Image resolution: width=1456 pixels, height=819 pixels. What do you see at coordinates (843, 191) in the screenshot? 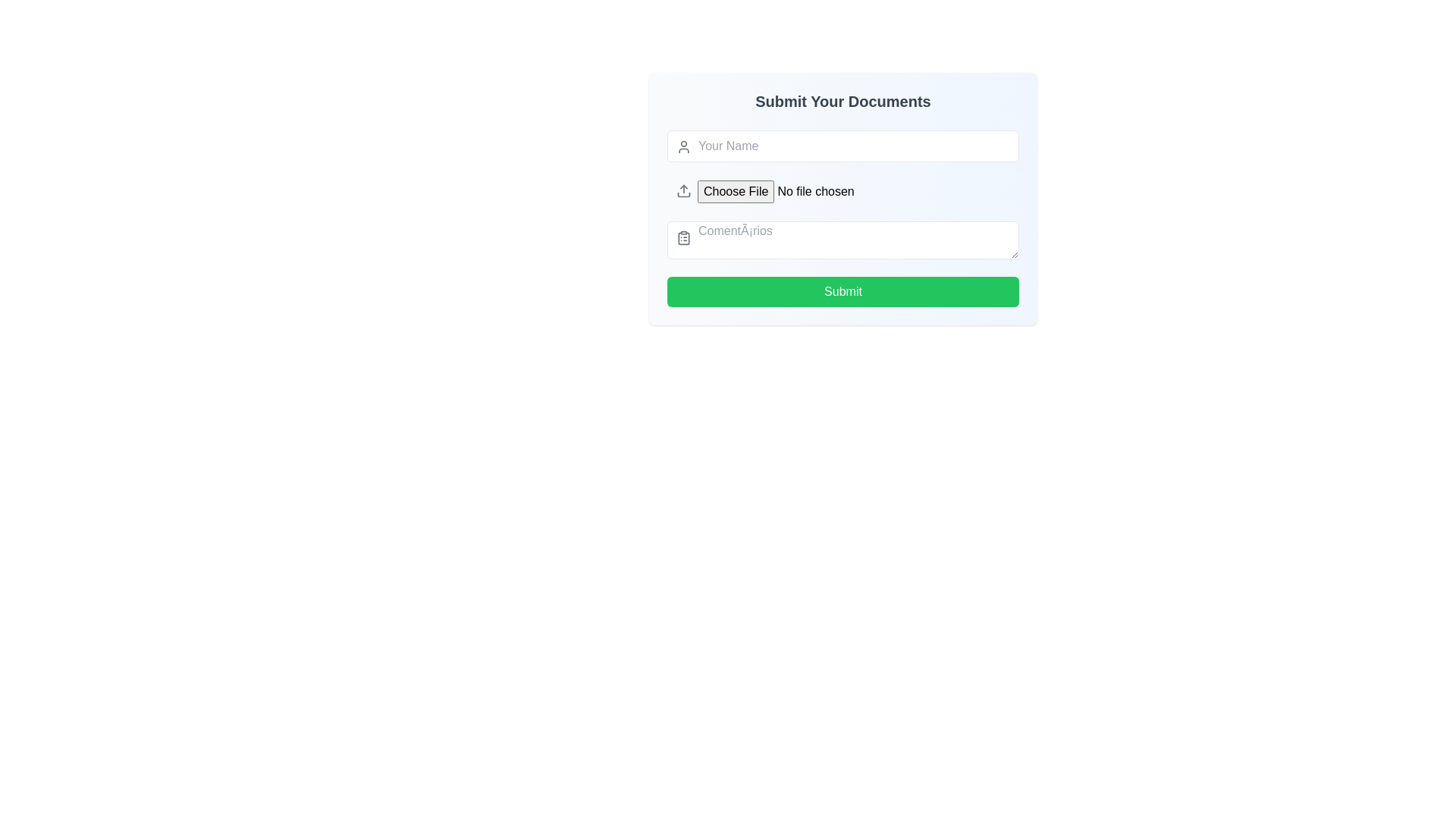
I see `the file input field labeled 'Upload Document' to submit a file by opening the file browser` at bounding box center [843, 191].